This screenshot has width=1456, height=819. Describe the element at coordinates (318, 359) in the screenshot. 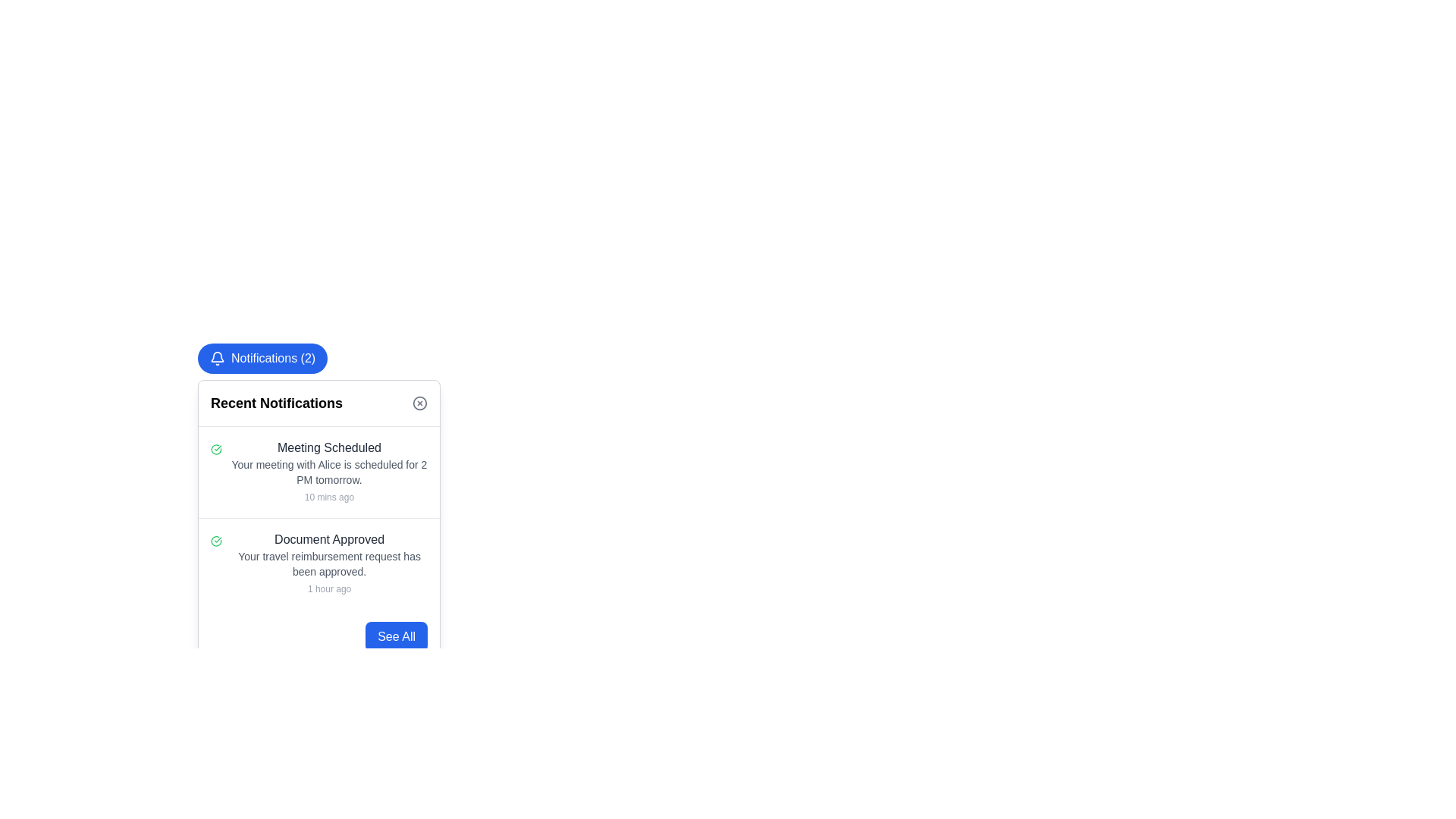

I see `the notifications button at the top-left corner of the notifications panel` at that location.